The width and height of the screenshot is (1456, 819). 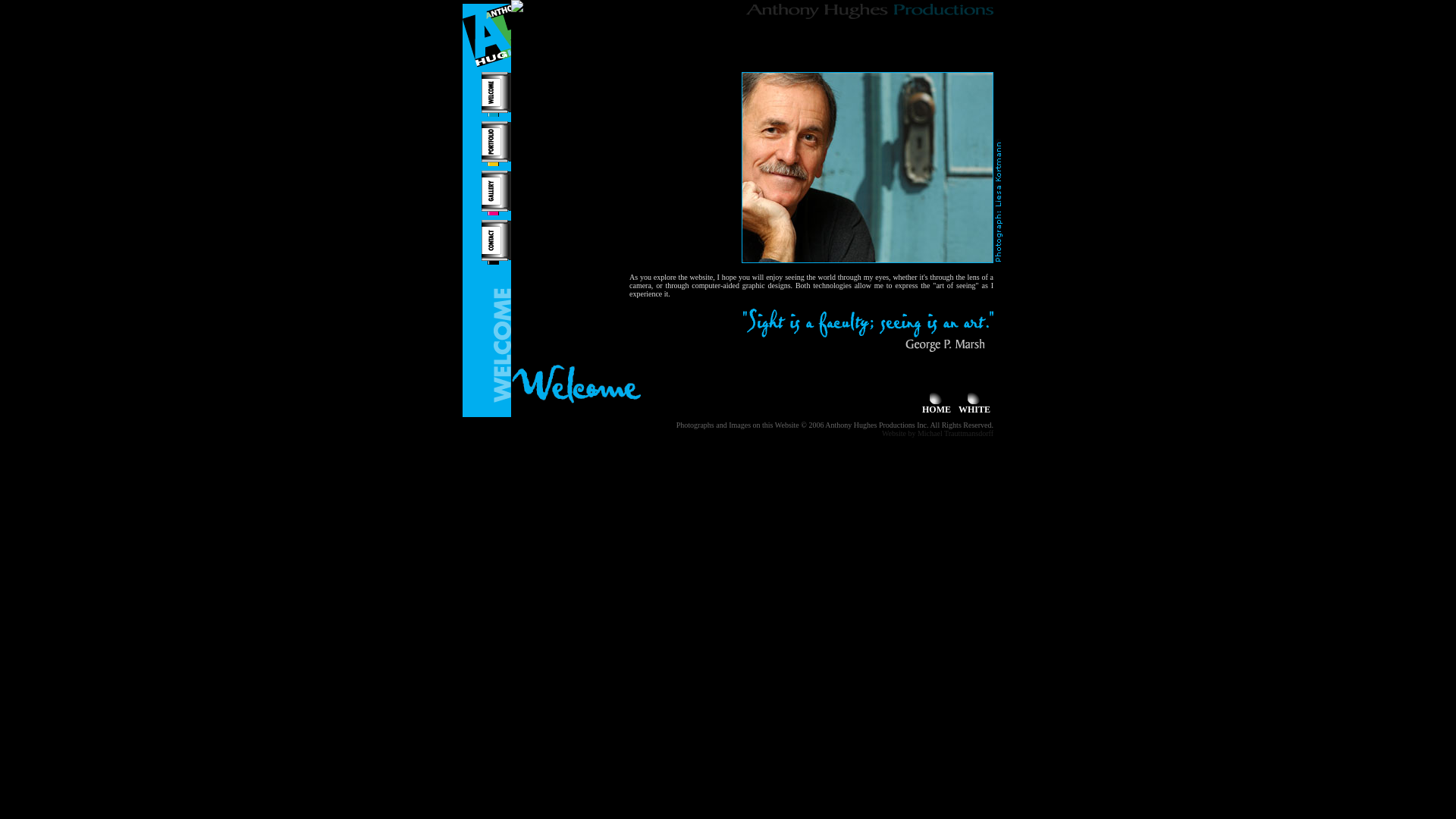 What do you see at coordinates (974, 404) in the screenshot?
I see `'WHITE'` at bounding box center [974, 404].